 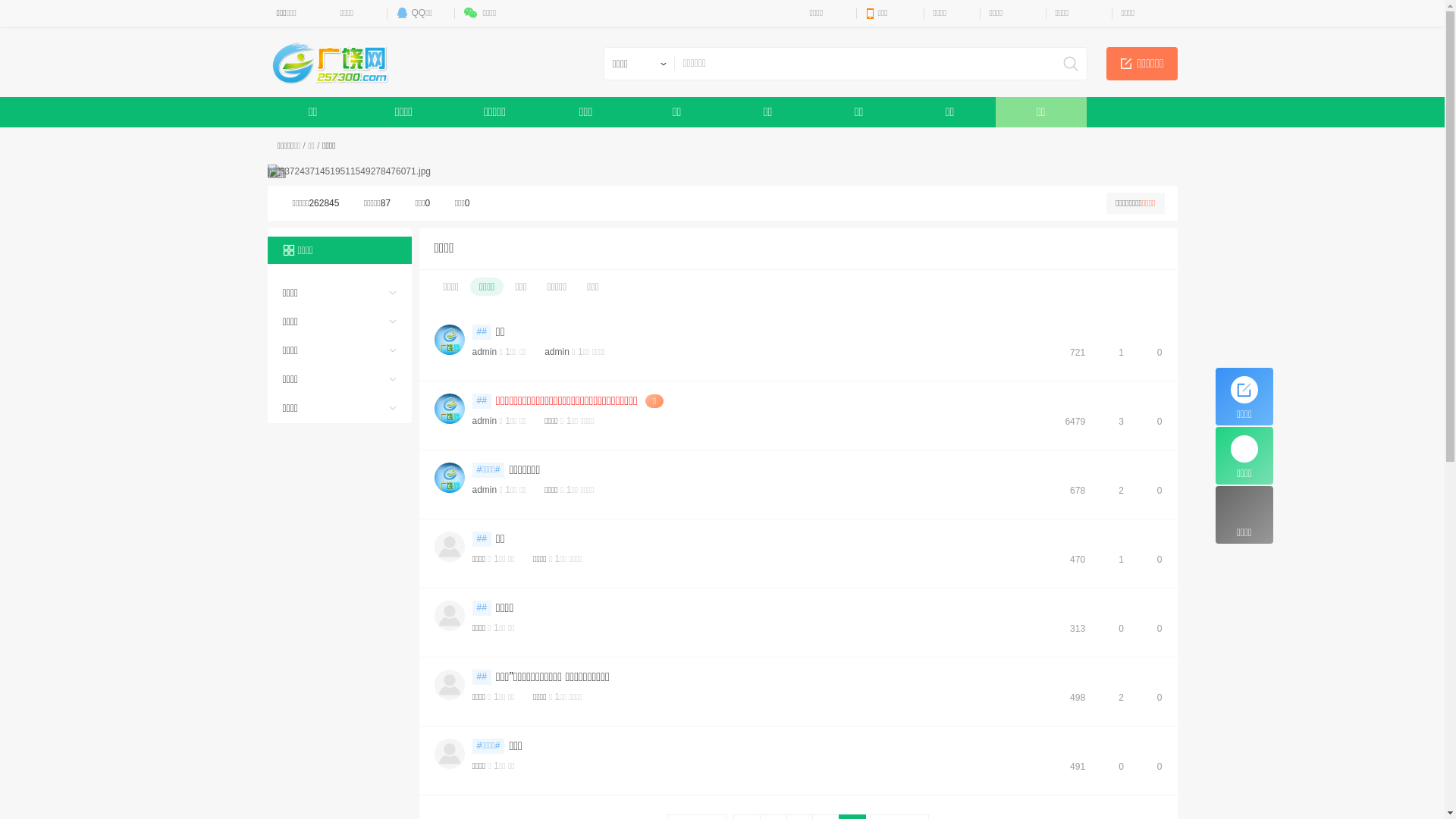 What do you see at coordinates (1113, 559) in the screenshot?
I see `'1'` at bounding box center [1113, 559].